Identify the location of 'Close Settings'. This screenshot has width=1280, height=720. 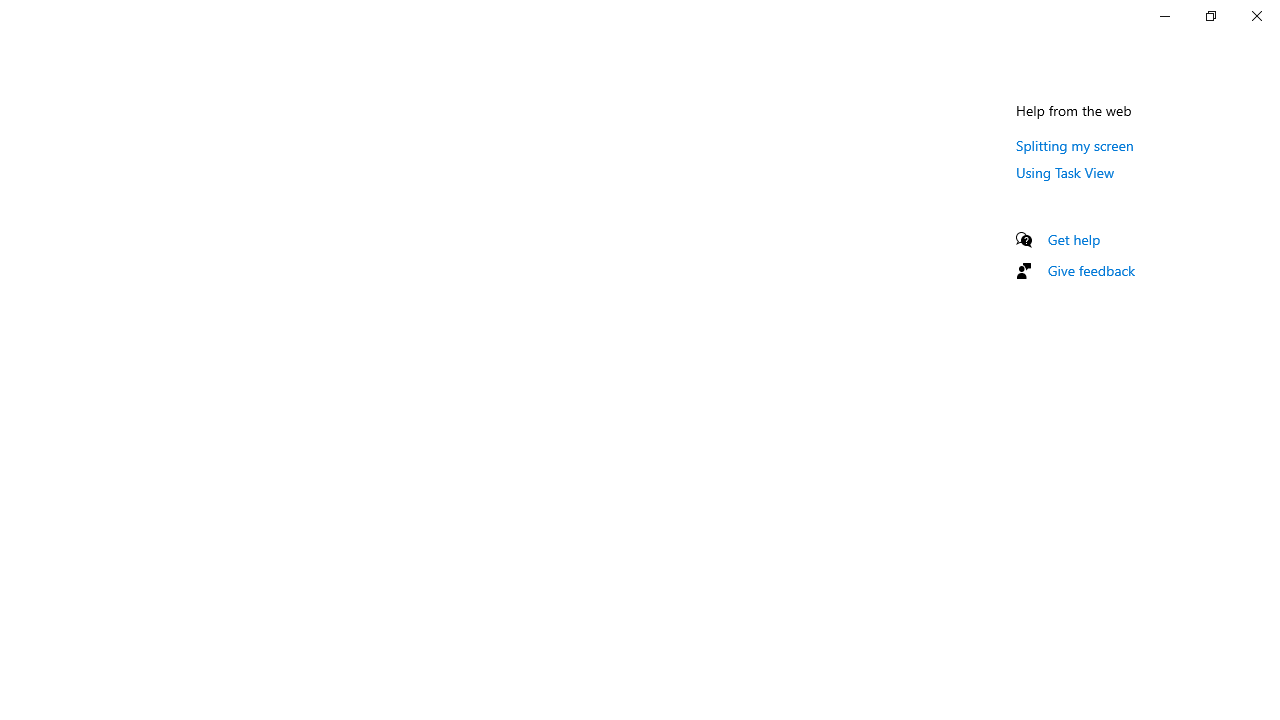
(1255, 15).